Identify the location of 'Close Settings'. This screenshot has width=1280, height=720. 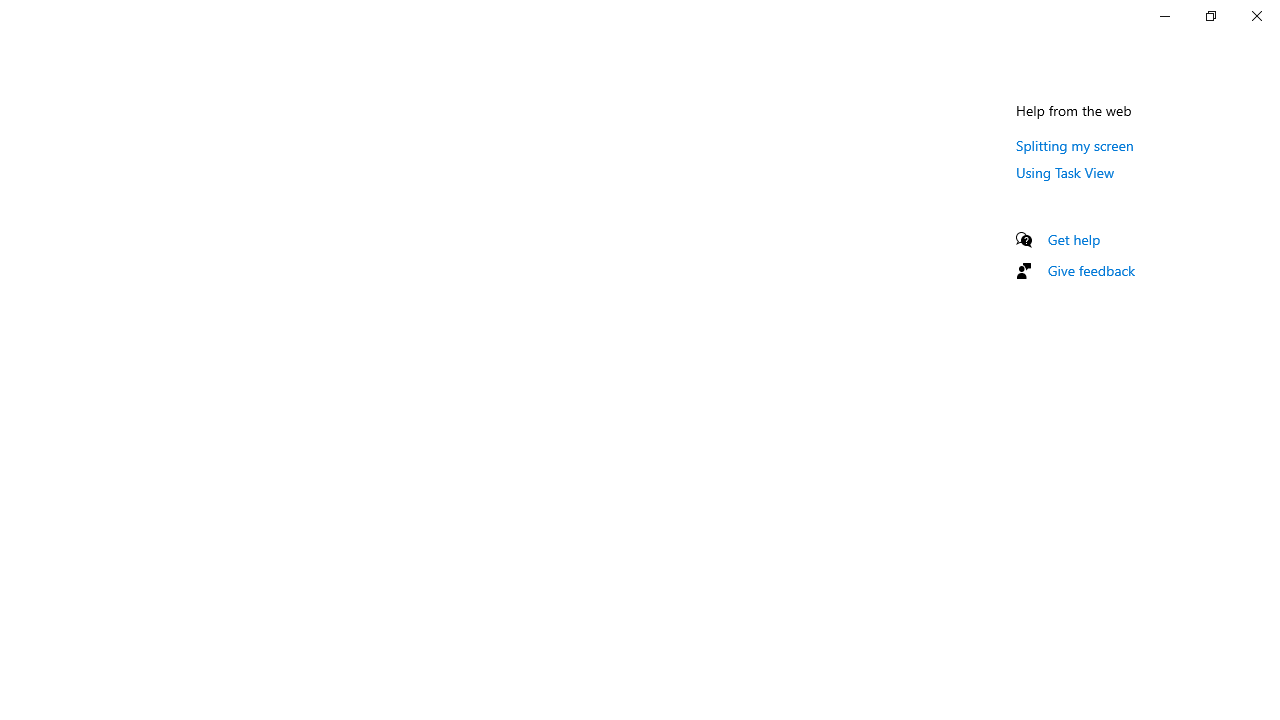
(1255, 15).